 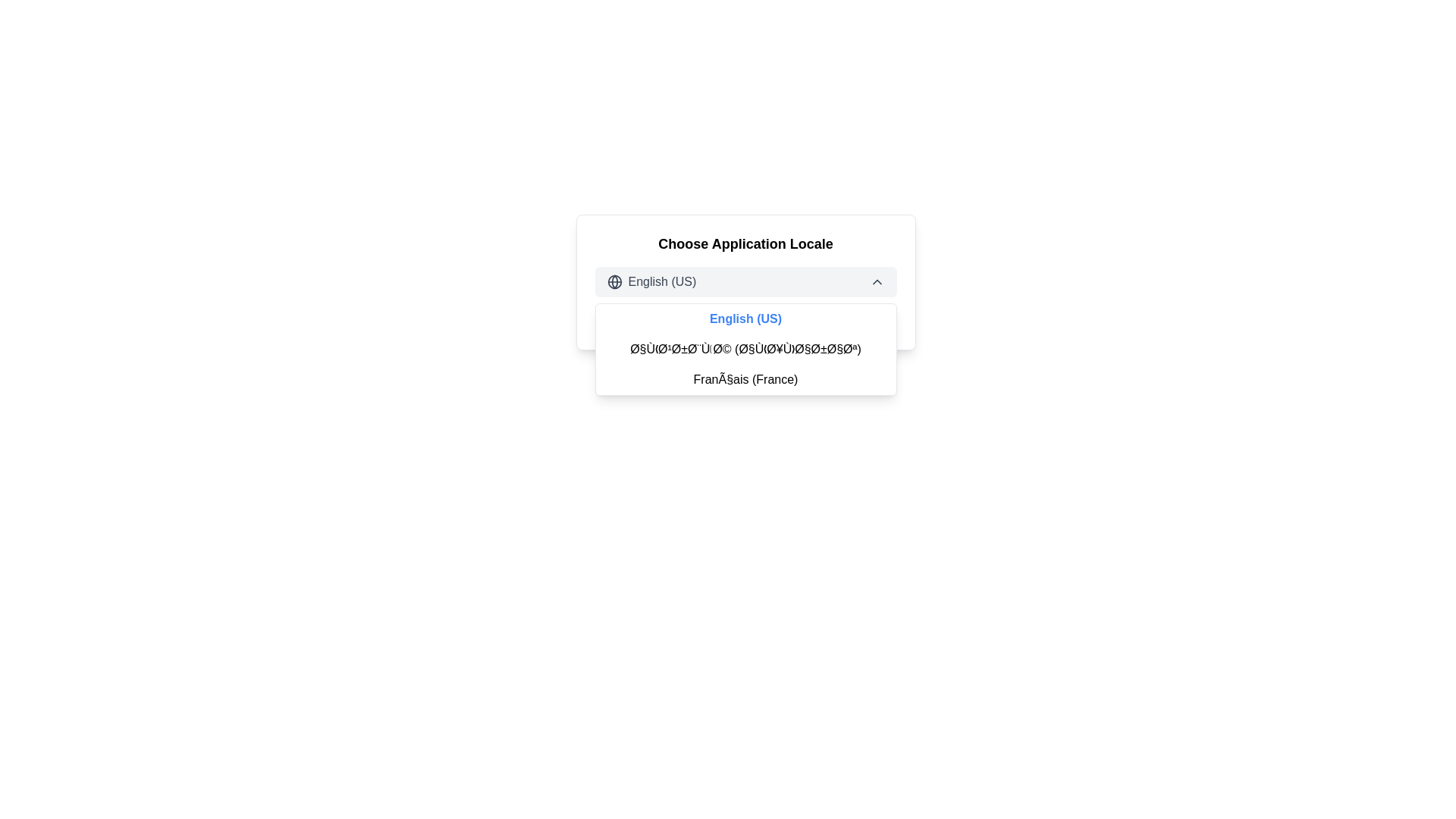 I want to click on the middle segment of the globe icon in the SVG, which is decorative and non-interactive, positioned between the outer circle and a horizontal line, so click(x=614, y=281).